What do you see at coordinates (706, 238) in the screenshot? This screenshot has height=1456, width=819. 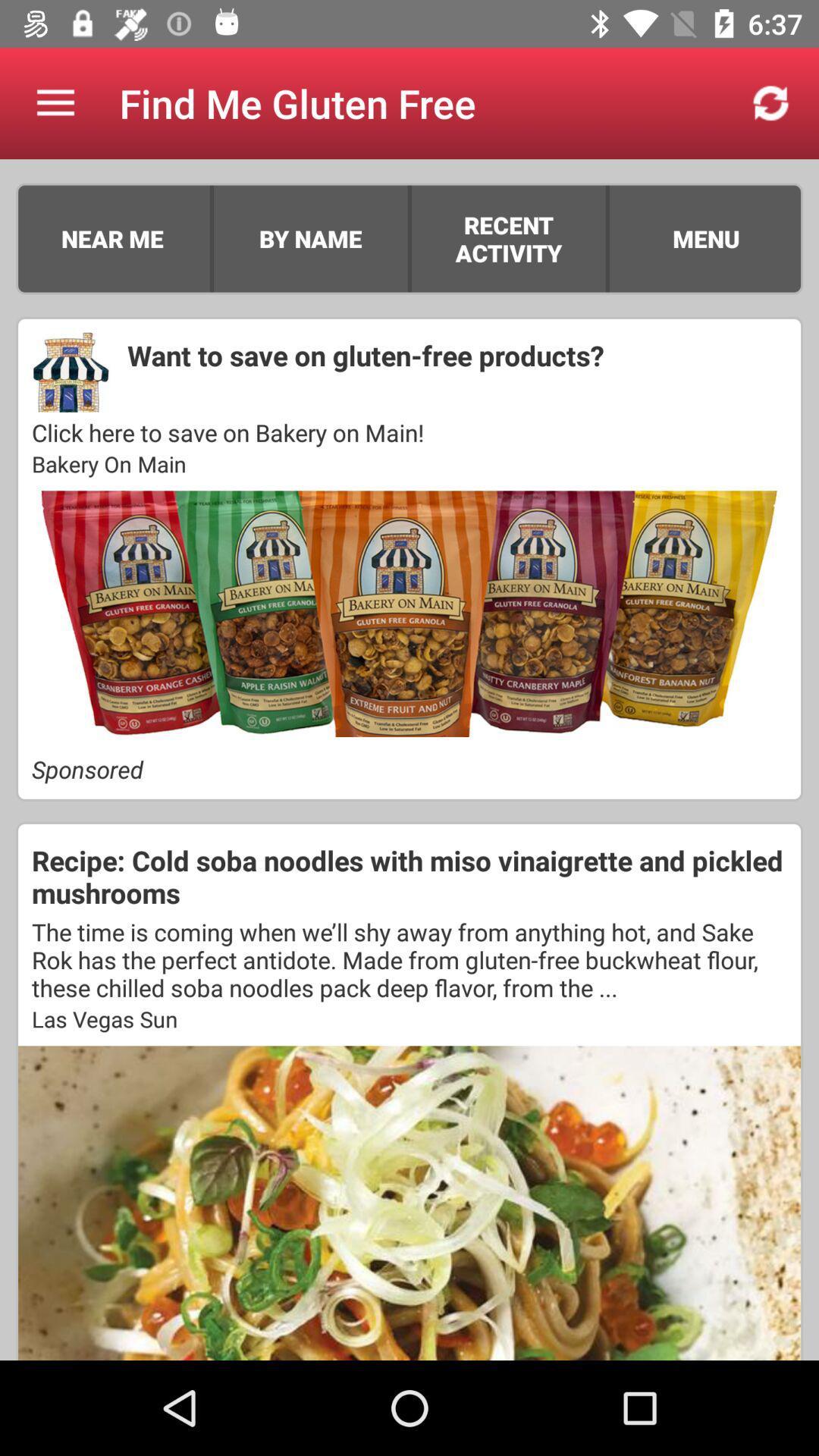 I see `menu` at bounding box center [706, 238].